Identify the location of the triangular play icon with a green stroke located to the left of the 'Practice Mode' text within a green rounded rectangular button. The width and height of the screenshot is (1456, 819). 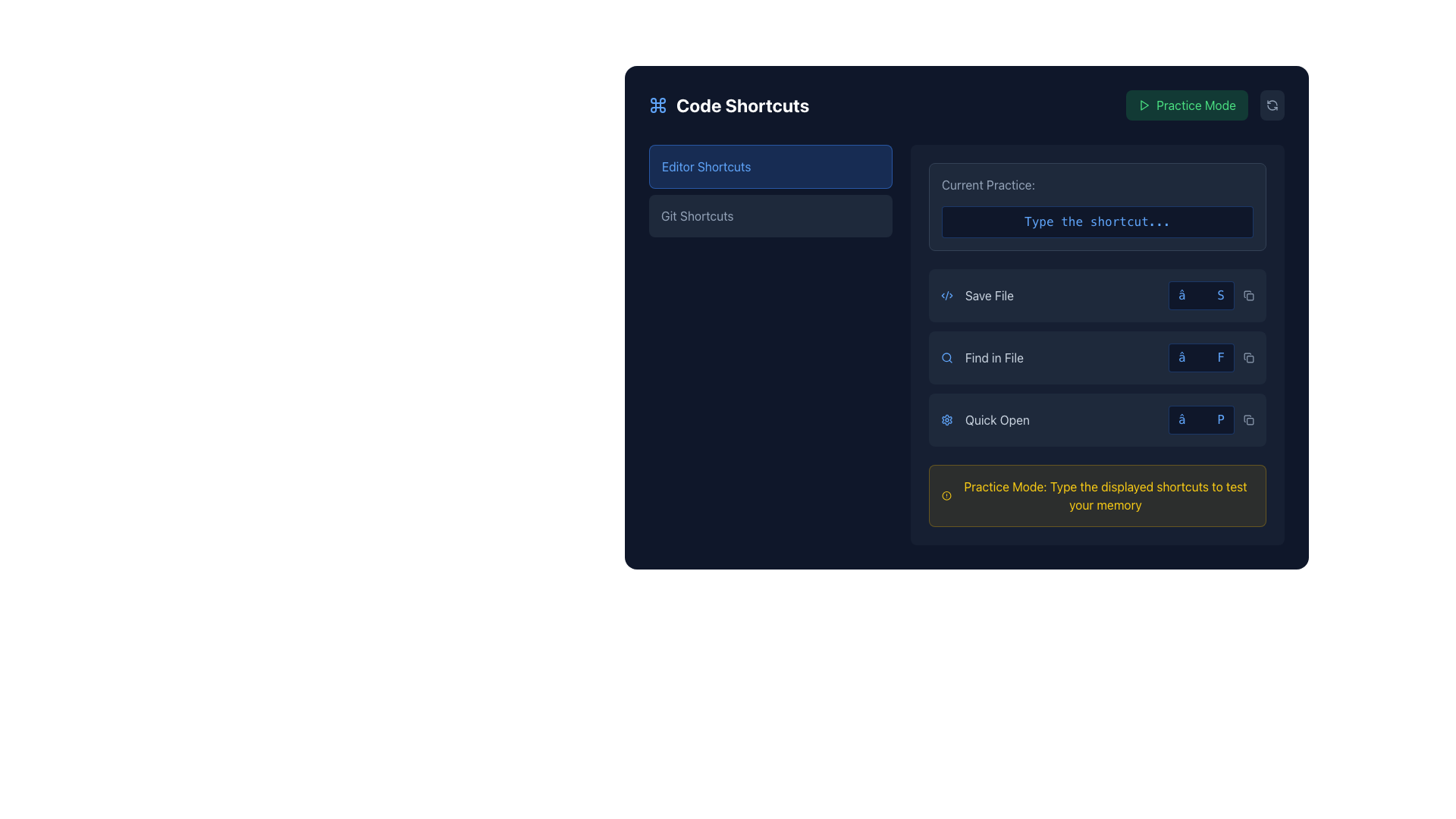
(1144, 104).